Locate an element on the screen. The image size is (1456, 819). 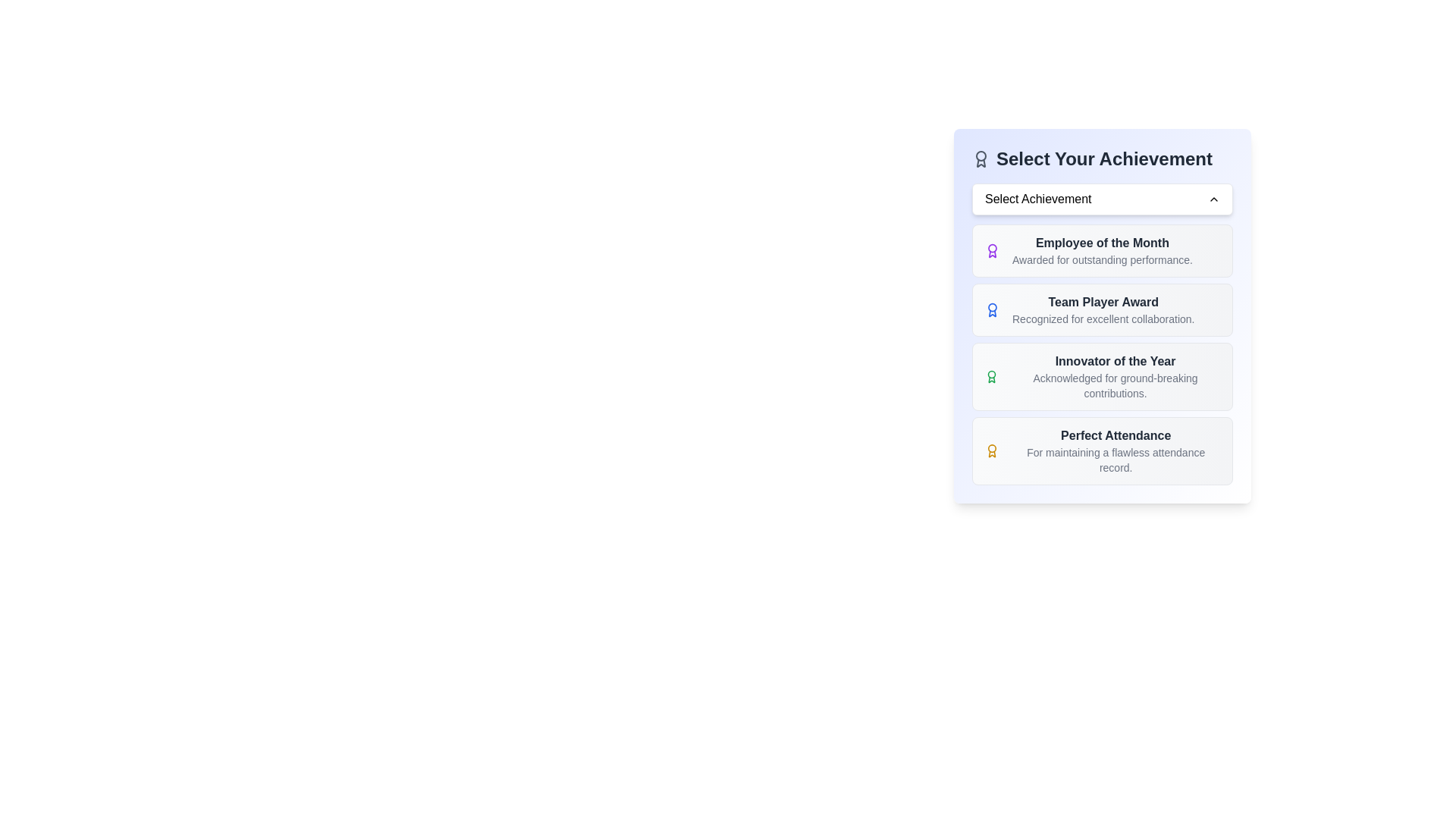
text of the second option in the achievement selection interface, which is located below 'Employee of the Month' and above 'Innovator of the Year' is located at coordinates (1103, 309).